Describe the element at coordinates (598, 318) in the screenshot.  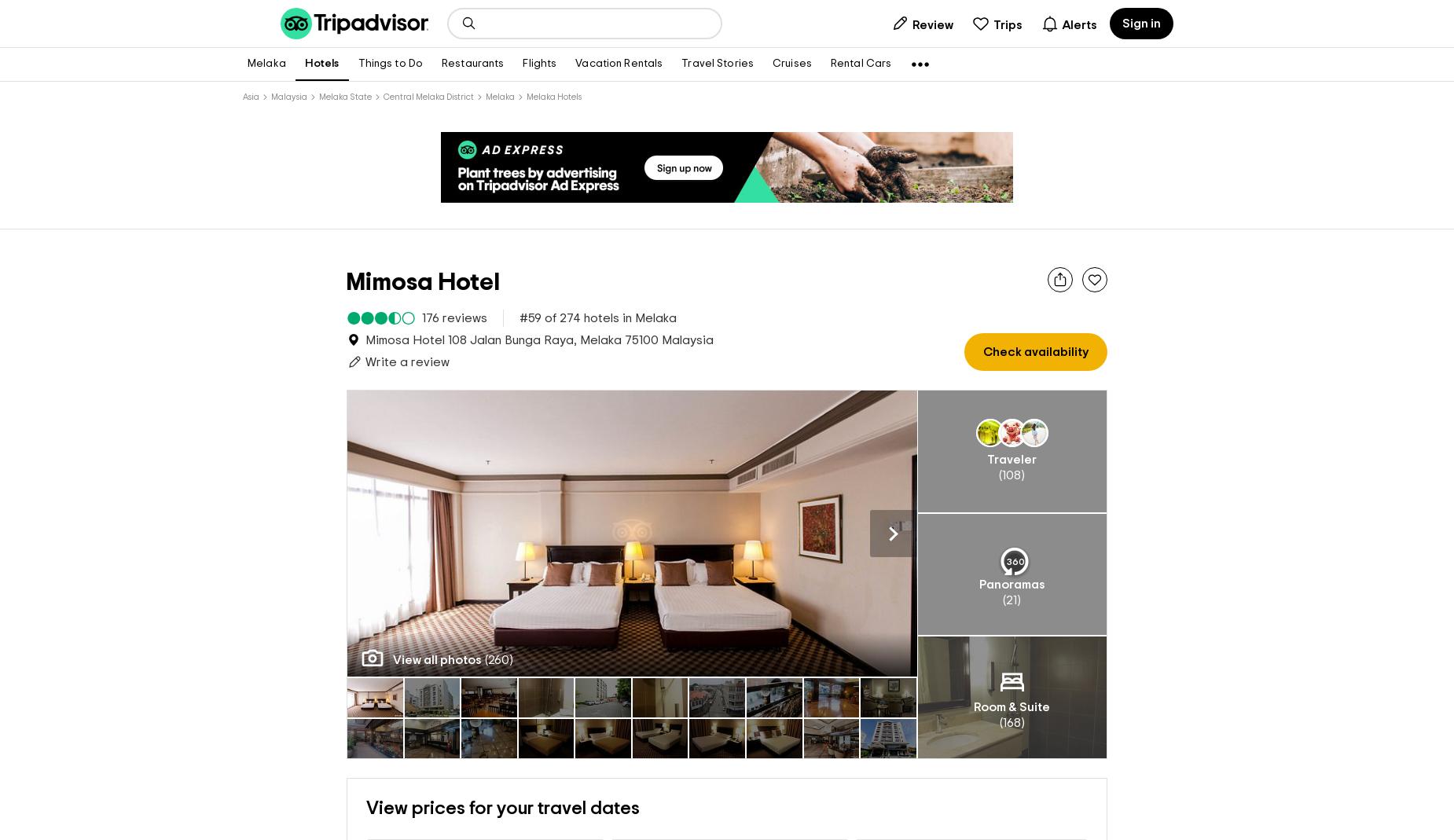
I see `'#59 of 274 hotels in Melaka'` at that location.